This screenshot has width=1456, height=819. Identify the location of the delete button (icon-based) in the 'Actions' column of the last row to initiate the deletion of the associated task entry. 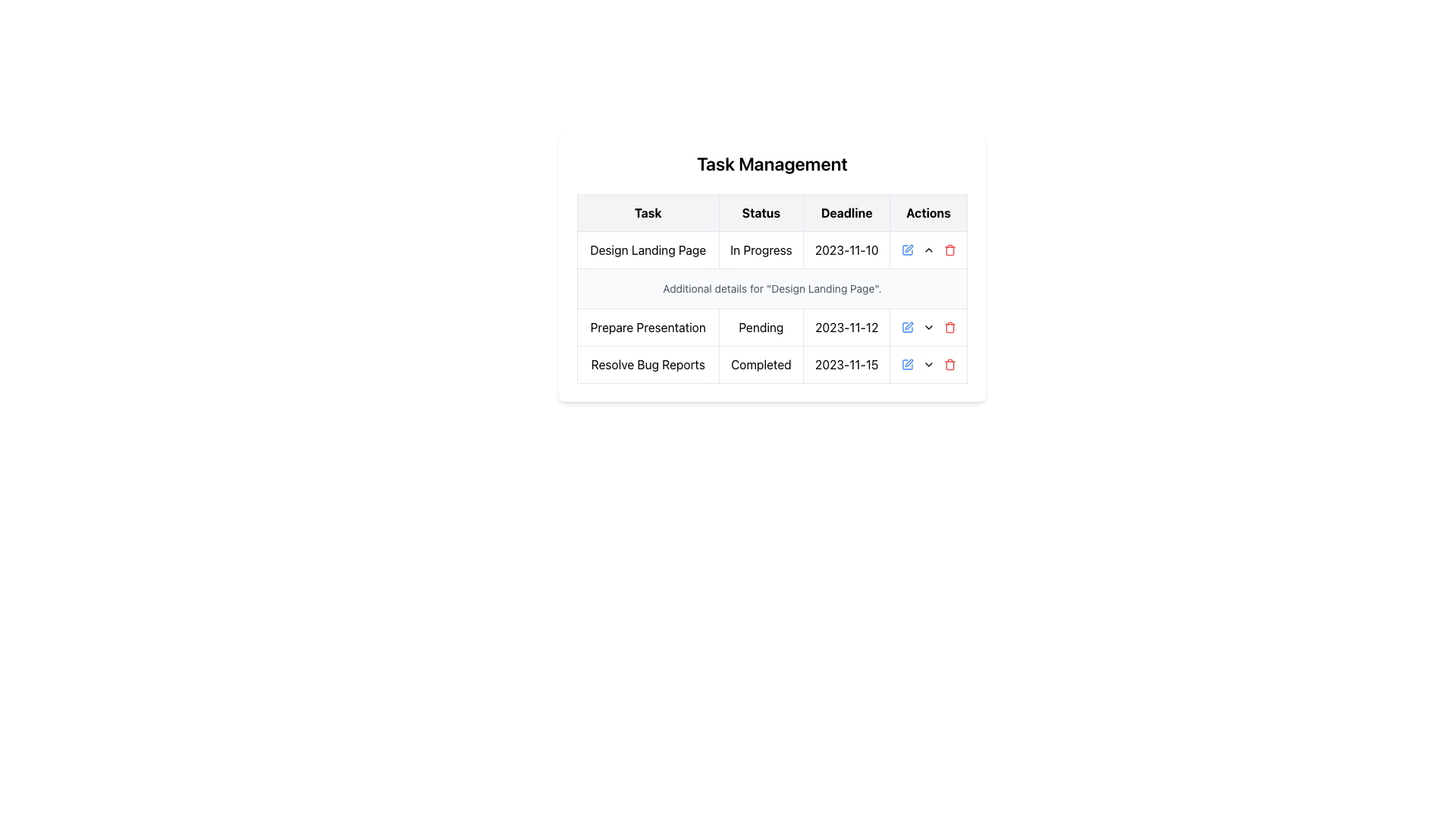
(949, 365).